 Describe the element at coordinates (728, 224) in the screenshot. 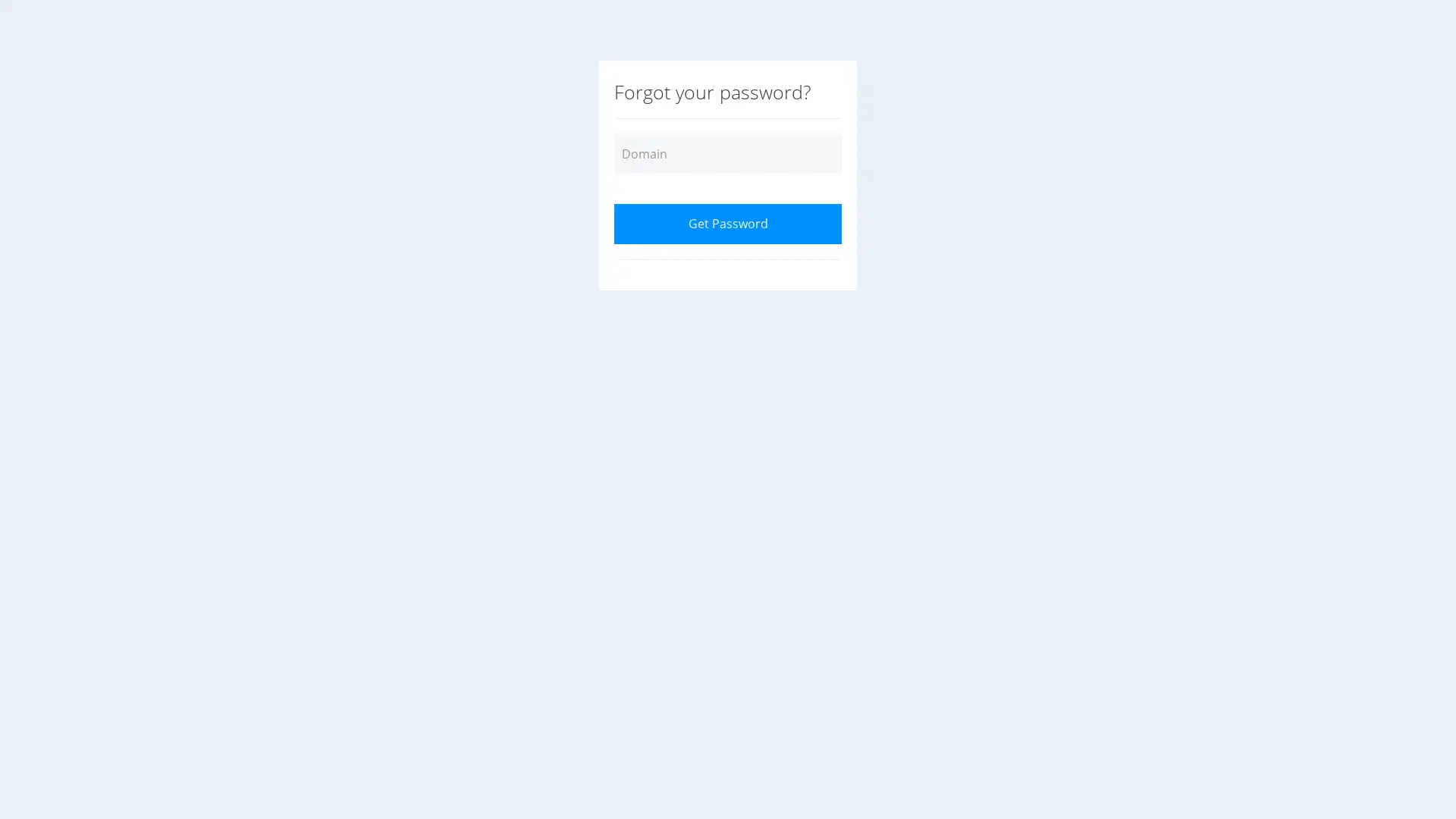

I see `Get Password` at that location.